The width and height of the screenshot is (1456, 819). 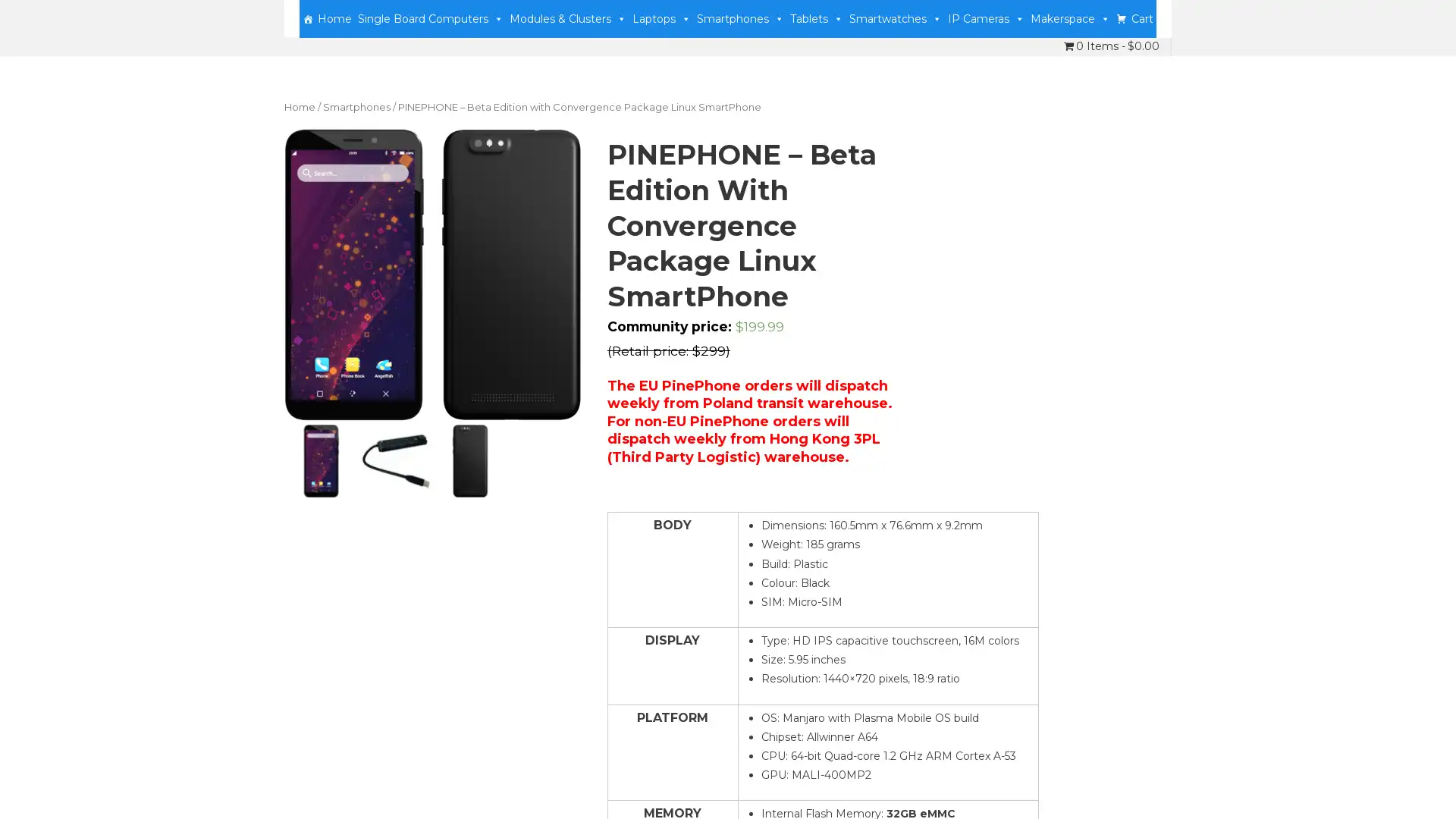 I want to click on Accept, so click(x=960, y=795).